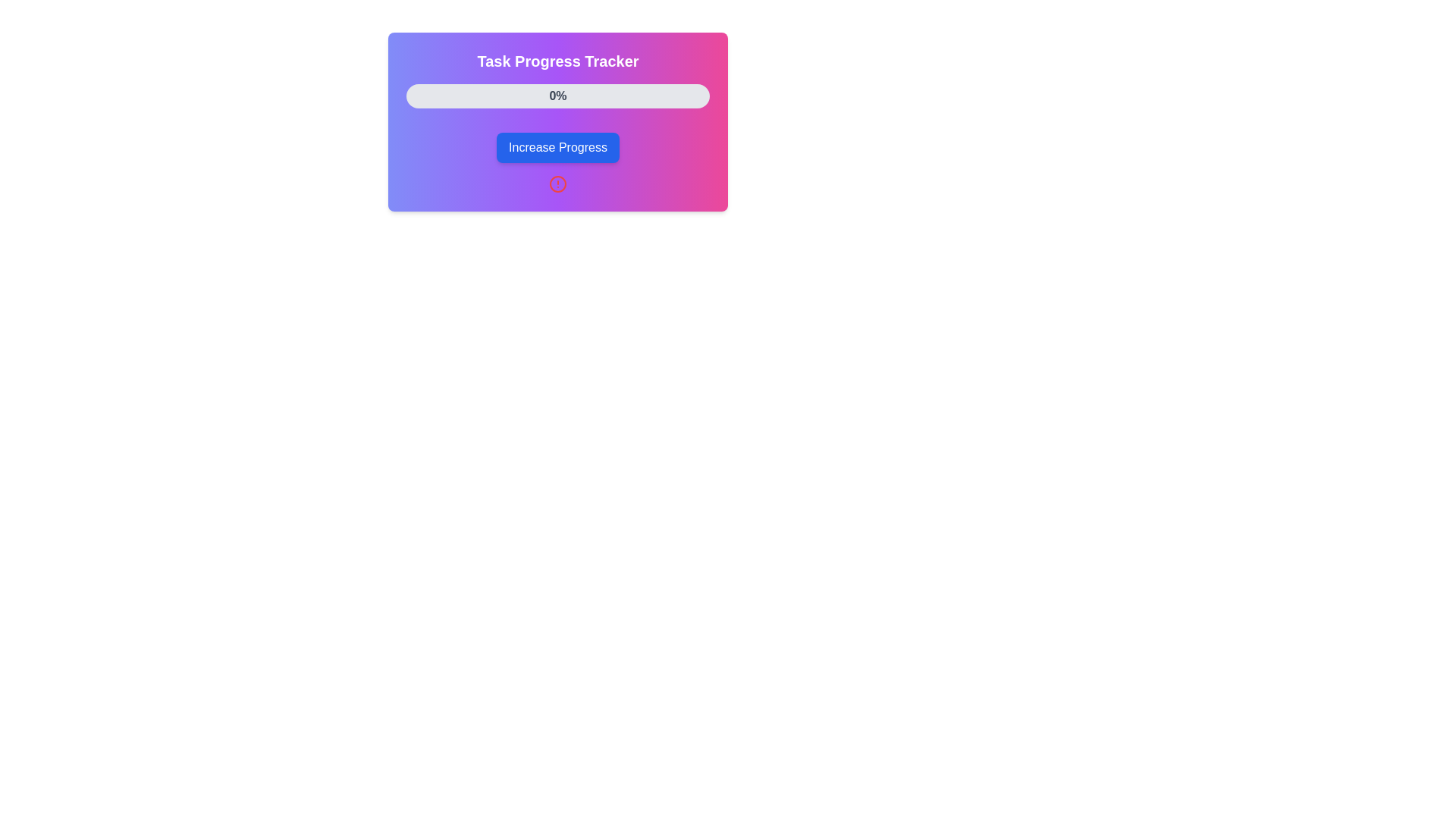 The width and height of the screenshot is (1456, 819). Describe the element at coordinates (557, 121) in the screenshot. I see `the progress bar within the 'Task Progress Tracker' component, which is styled with a gradient background and includes controls for managing progress` at that location.